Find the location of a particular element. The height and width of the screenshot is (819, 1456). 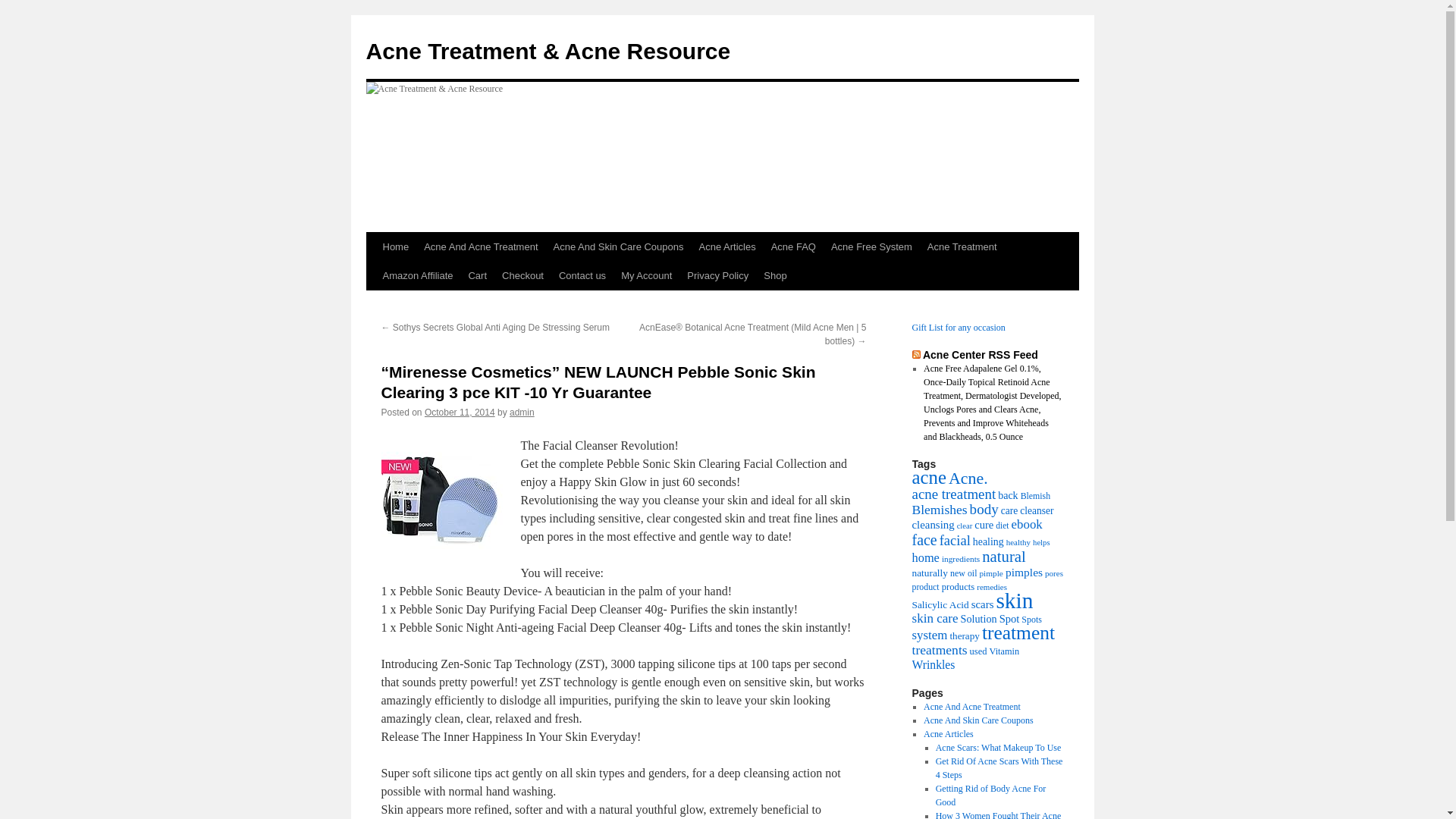

'Acne Treatment & Acne Resource' is located at coordinates (365, 50).